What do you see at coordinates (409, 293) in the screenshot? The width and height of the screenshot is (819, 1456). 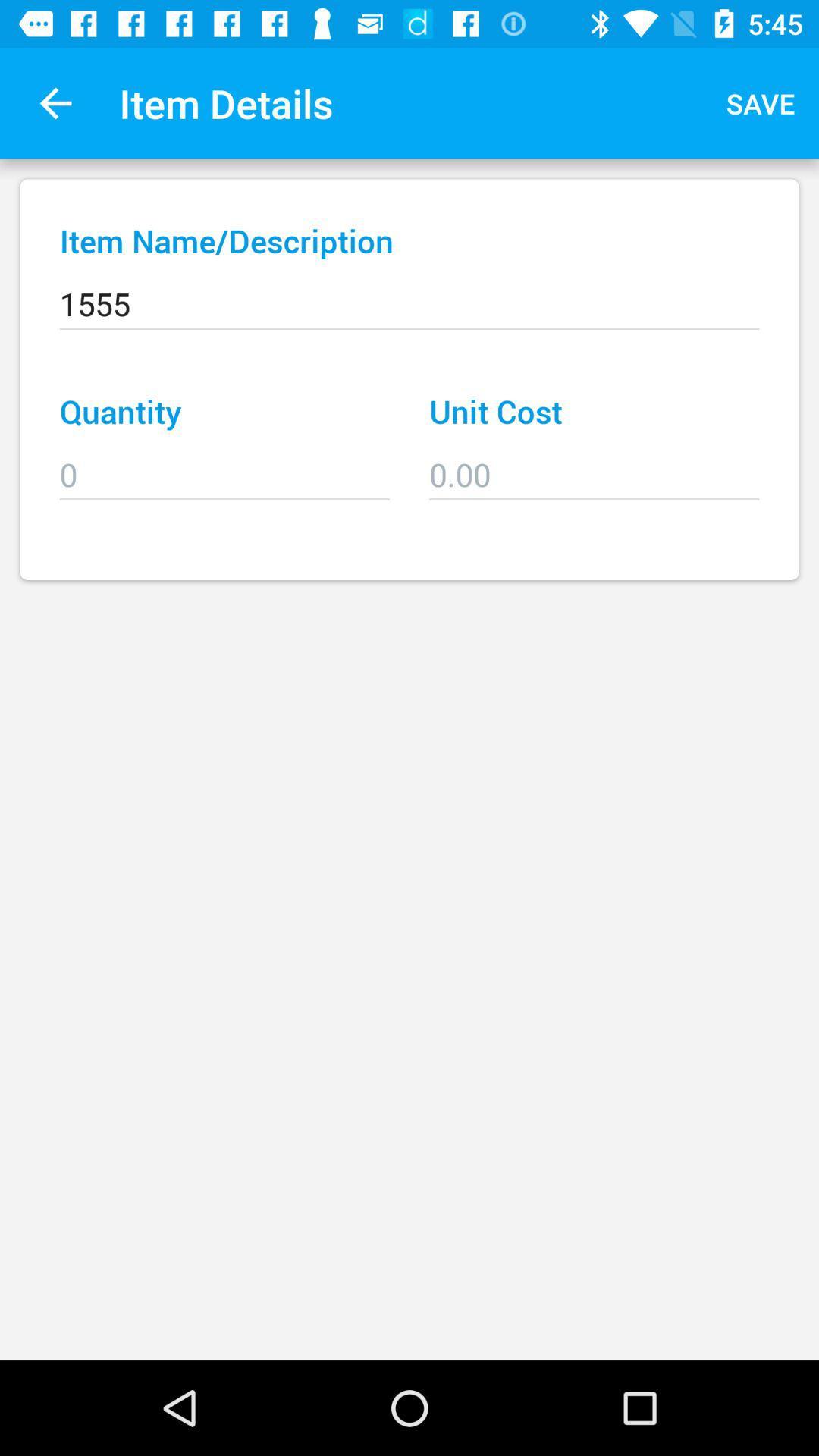 I see `the item below item name/description item` at bounding box center [409, 293].